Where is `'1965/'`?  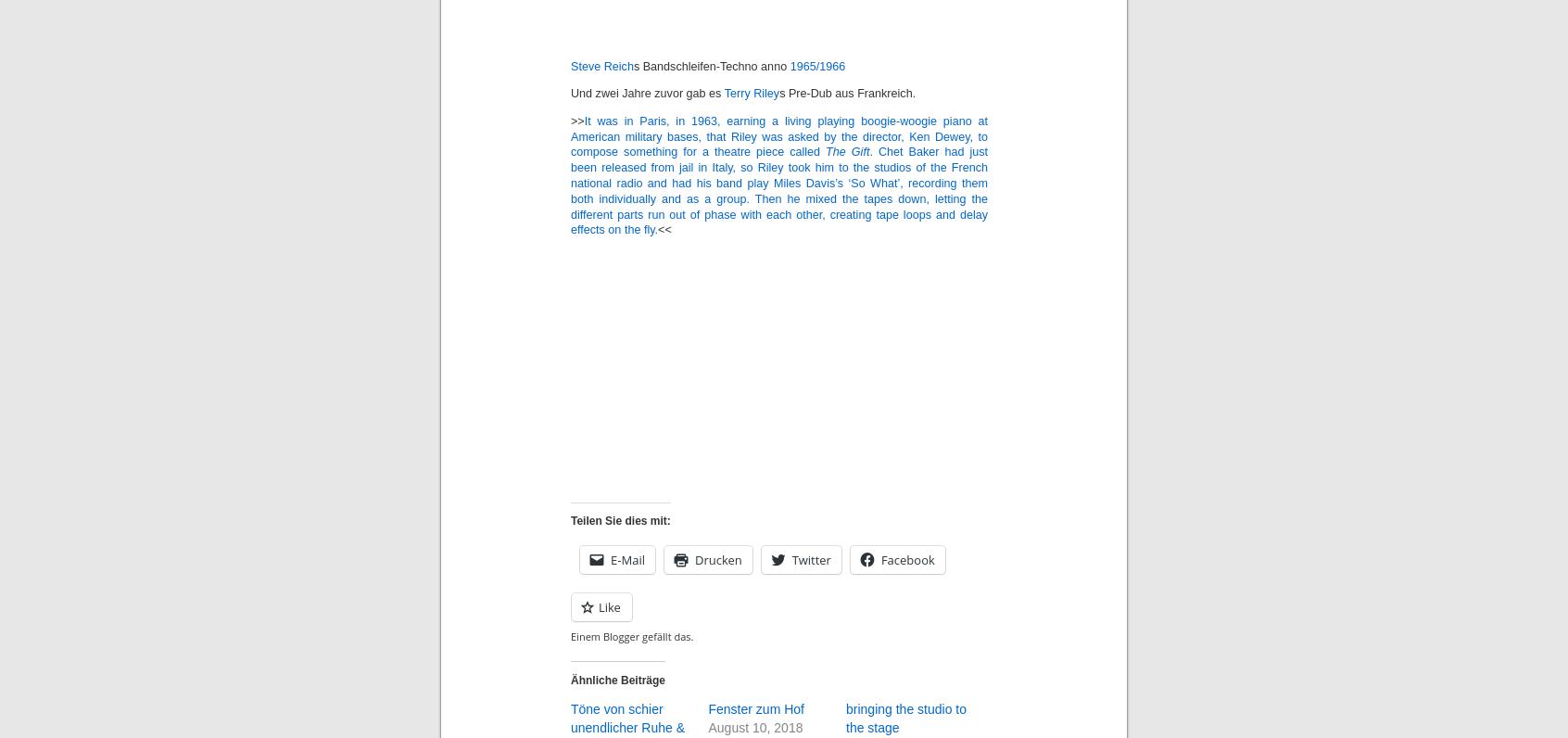 '1965/' is located at coordinates (803, 65).